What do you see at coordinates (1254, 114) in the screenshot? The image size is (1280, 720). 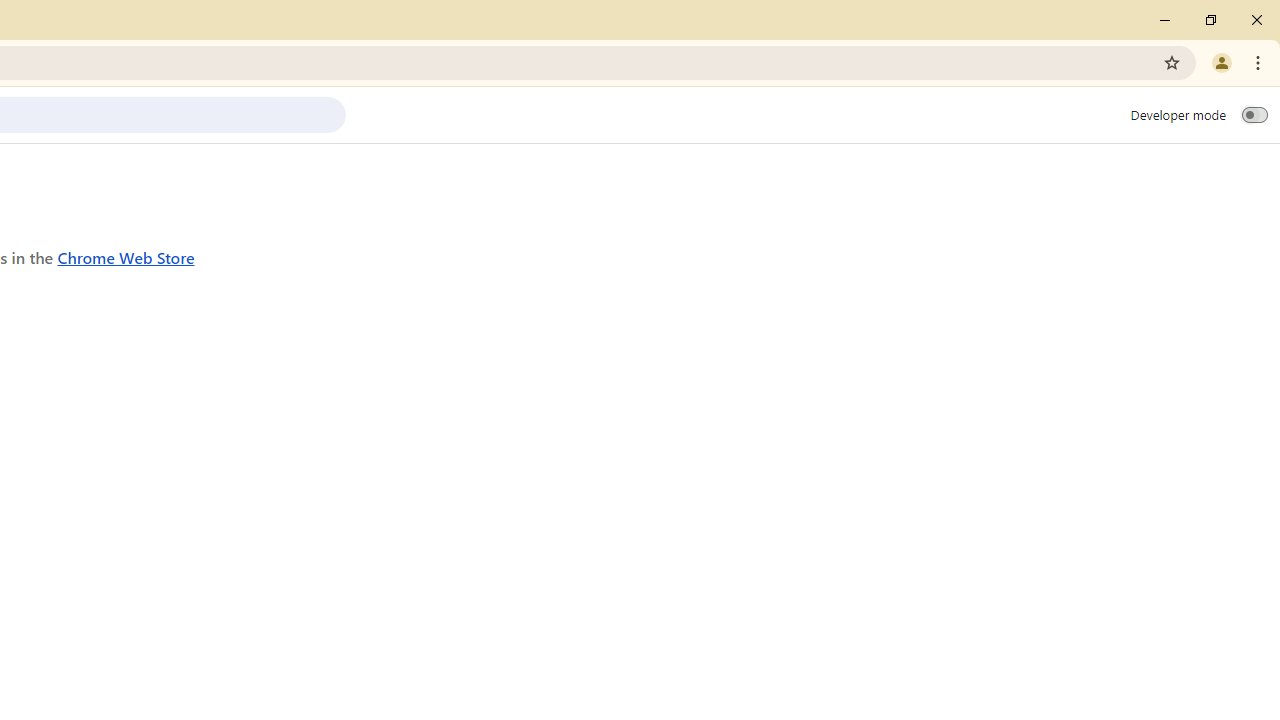 I see `'Developer mode'` at bounding box center [1254, 114].